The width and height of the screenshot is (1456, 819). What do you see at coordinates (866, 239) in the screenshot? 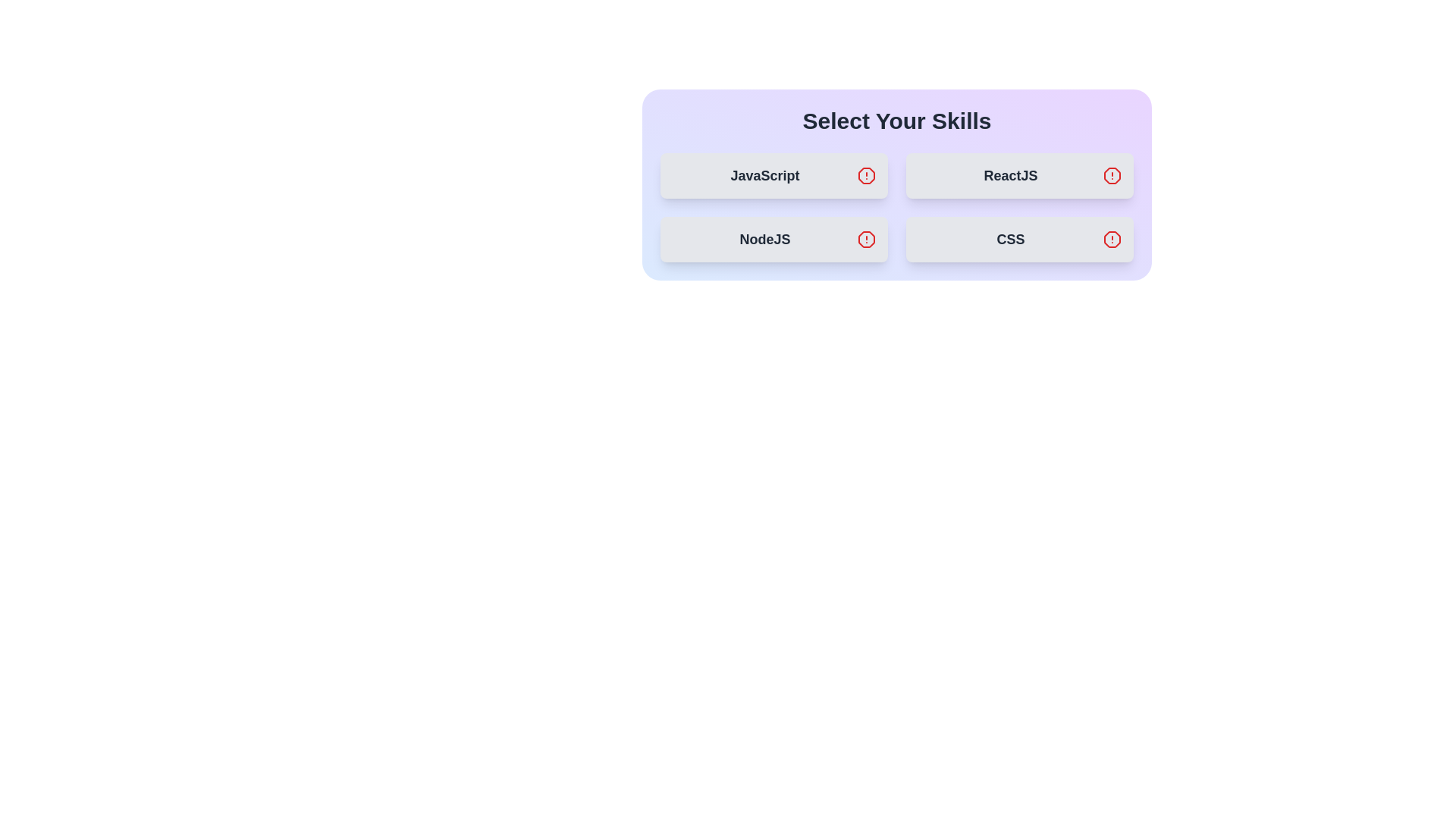
I see `the icon associated with the skill NodeJS` at bounding box center [866, 239].